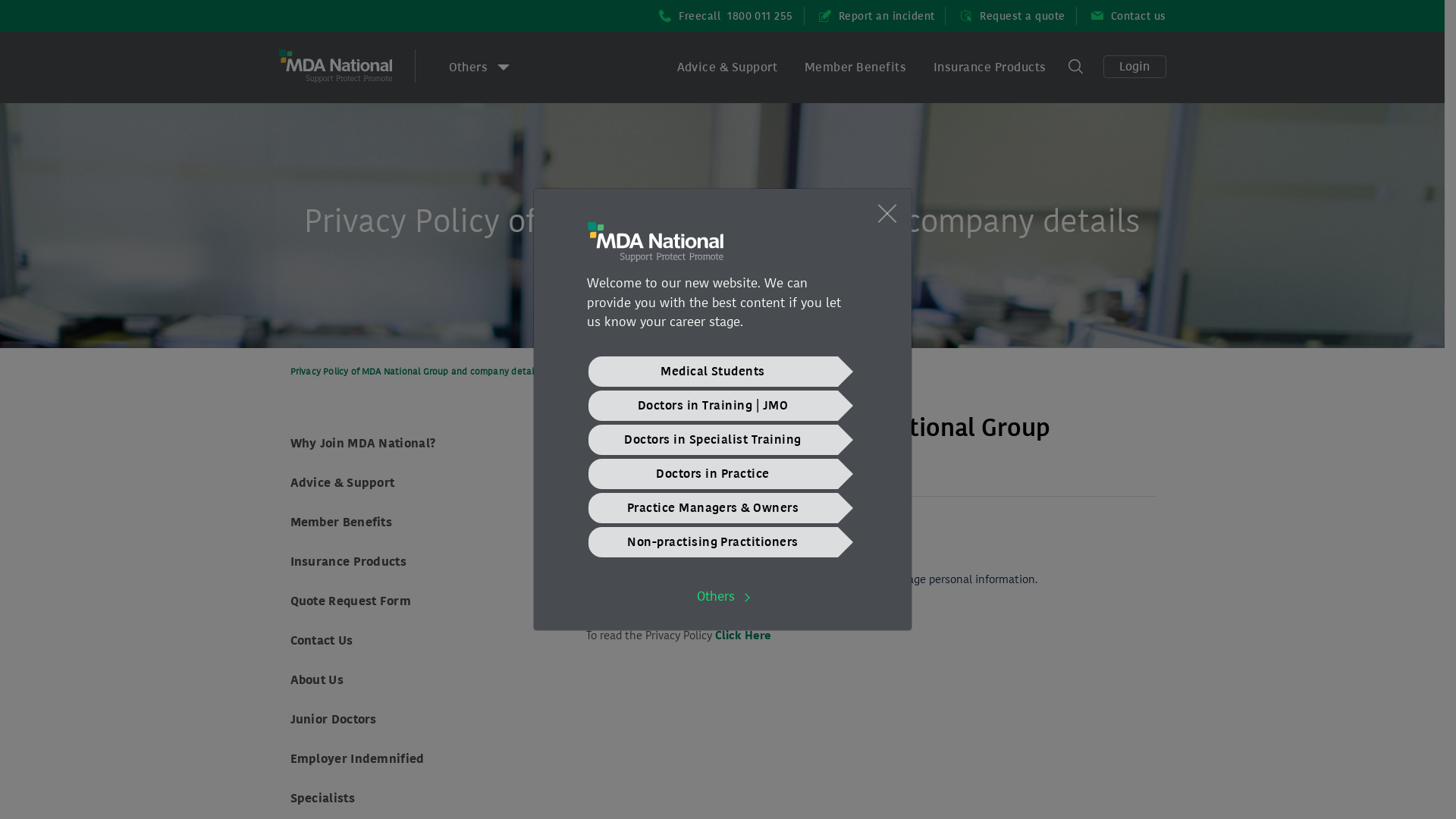 This screenshot has height=819, width=1456. Describe the element at coordinates (1005, 15) in the screenshot. I see `'Request a quote'` at that location.